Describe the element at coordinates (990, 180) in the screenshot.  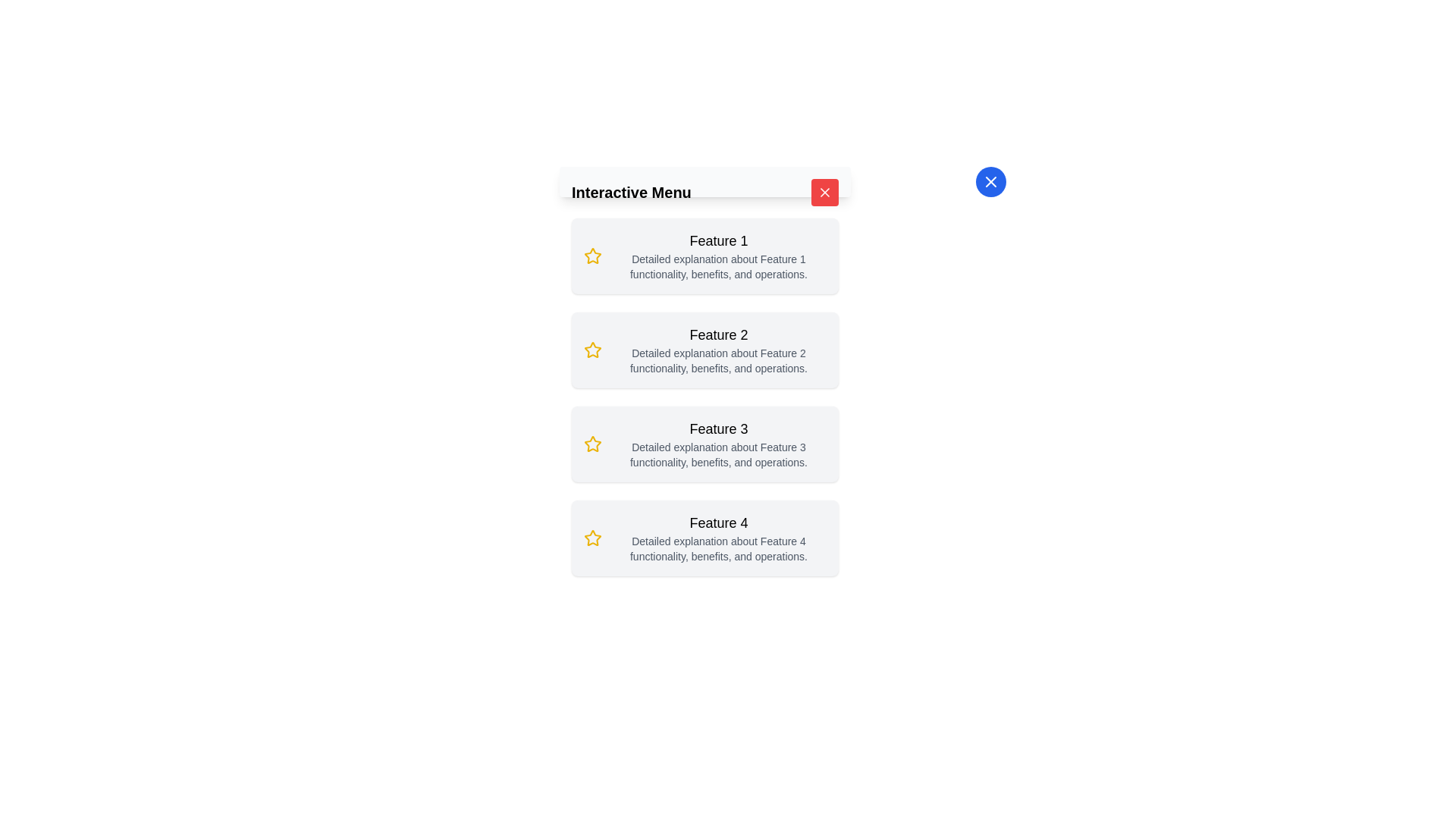
I see `the blue circular button with a white 'X' icon located on the right side of the Interactive menu bar at the top of the menu interface` at that location.